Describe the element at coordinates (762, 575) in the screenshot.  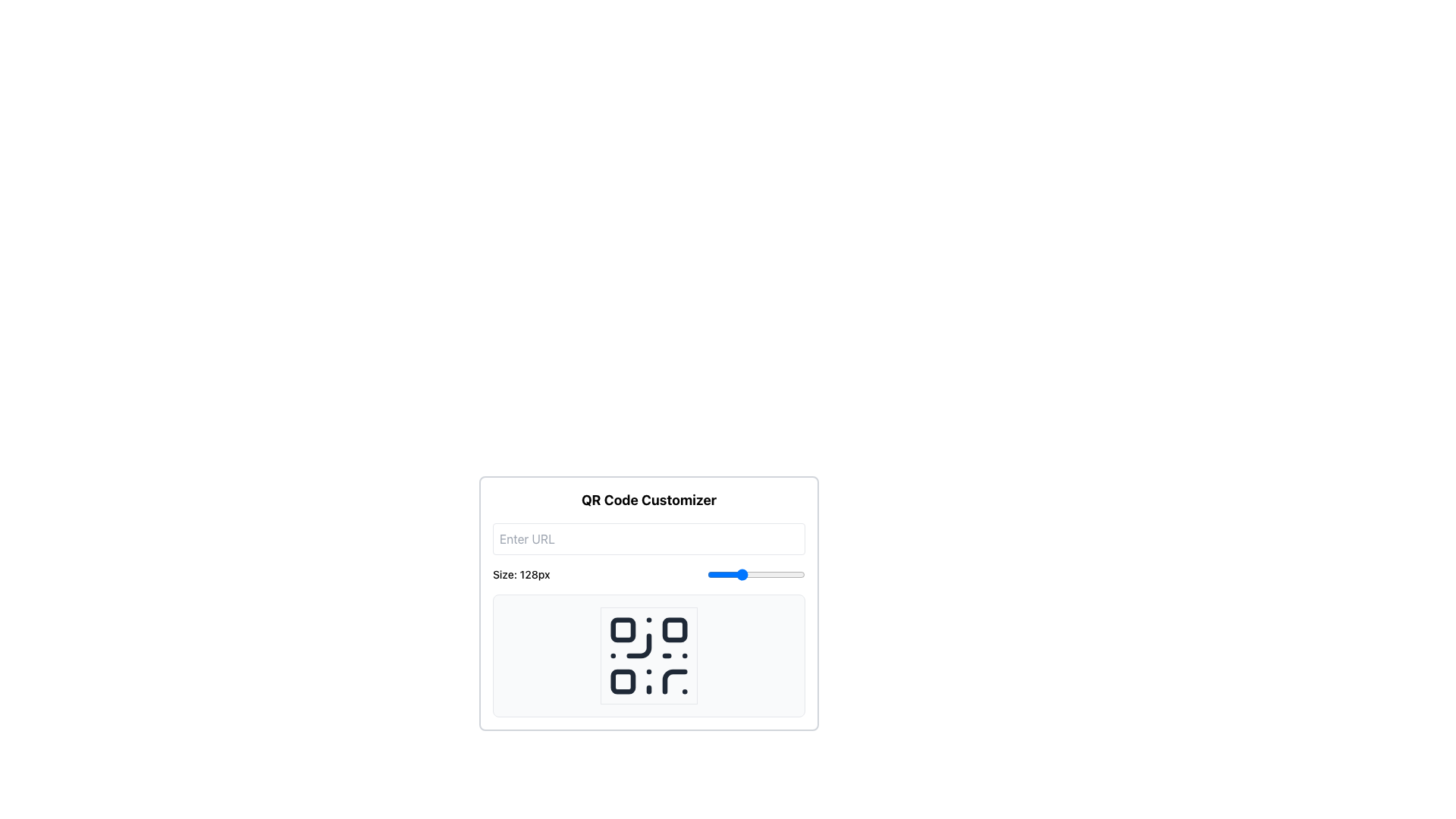
I see `the slider value` at that location.